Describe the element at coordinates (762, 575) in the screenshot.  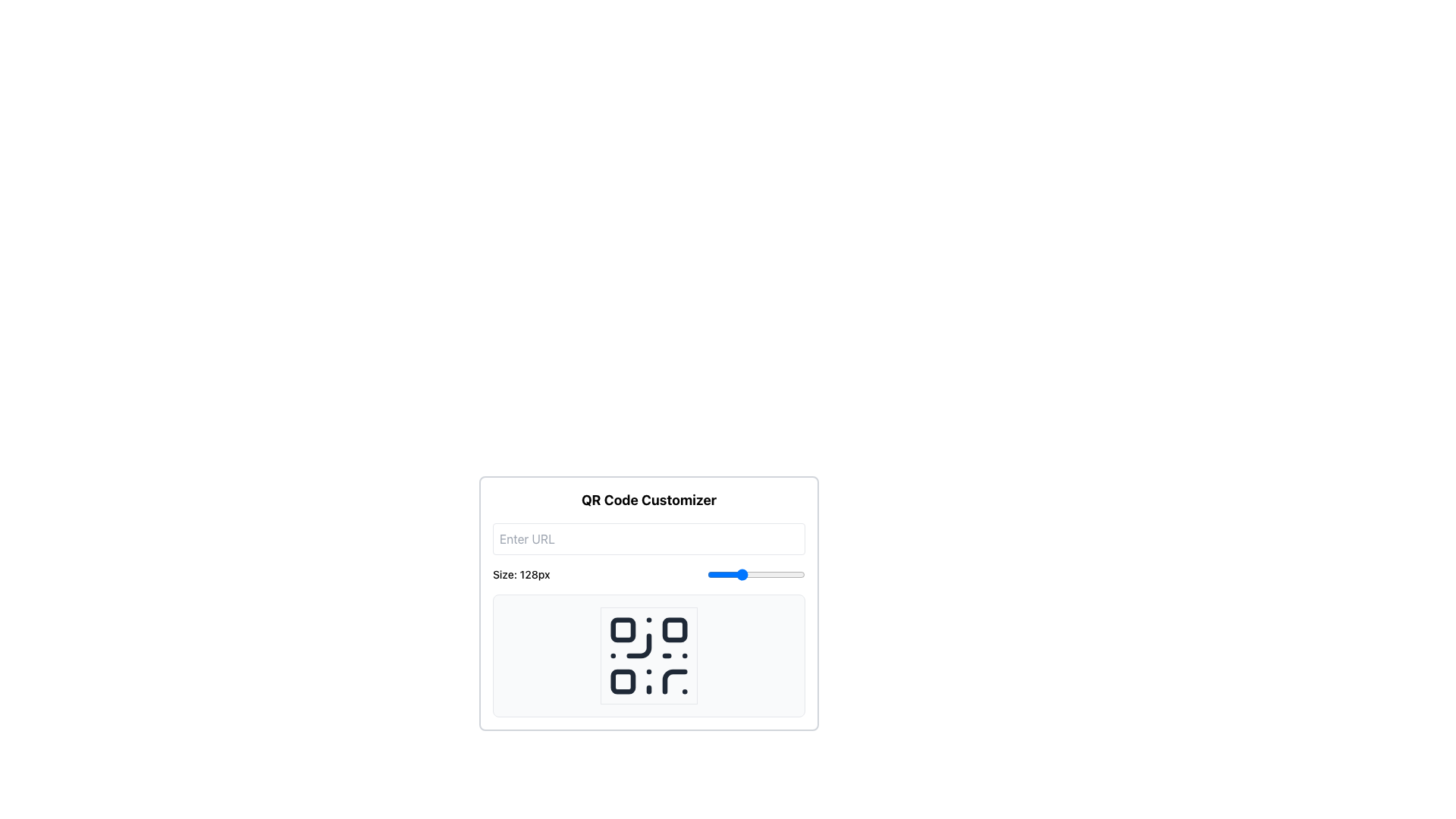
I see `the slider value` at that location.